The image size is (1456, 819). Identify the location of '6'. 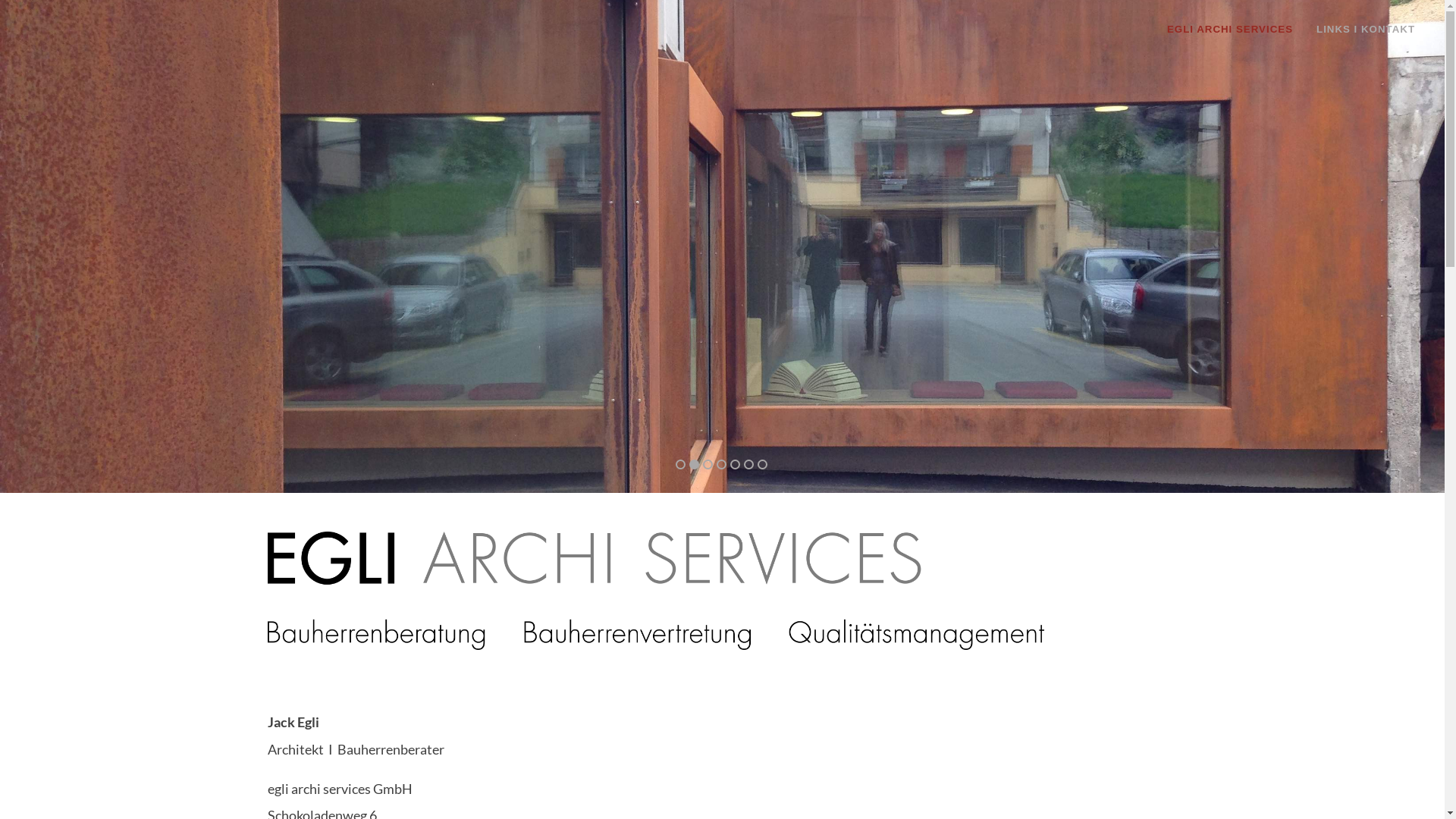
(743, 463).